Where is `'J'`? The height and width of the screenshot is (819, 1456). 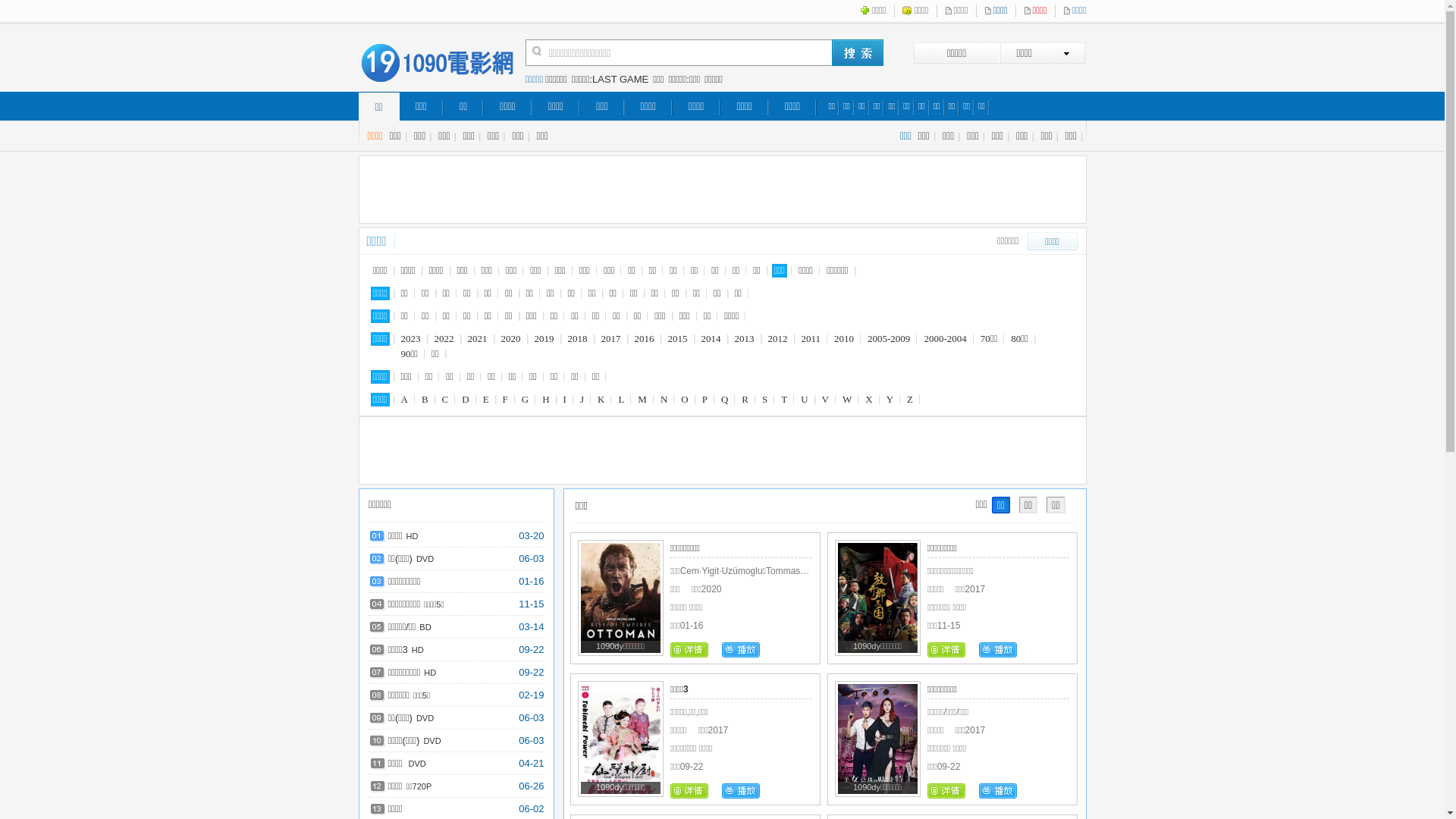
'J' is located at coordinates (581, 399).